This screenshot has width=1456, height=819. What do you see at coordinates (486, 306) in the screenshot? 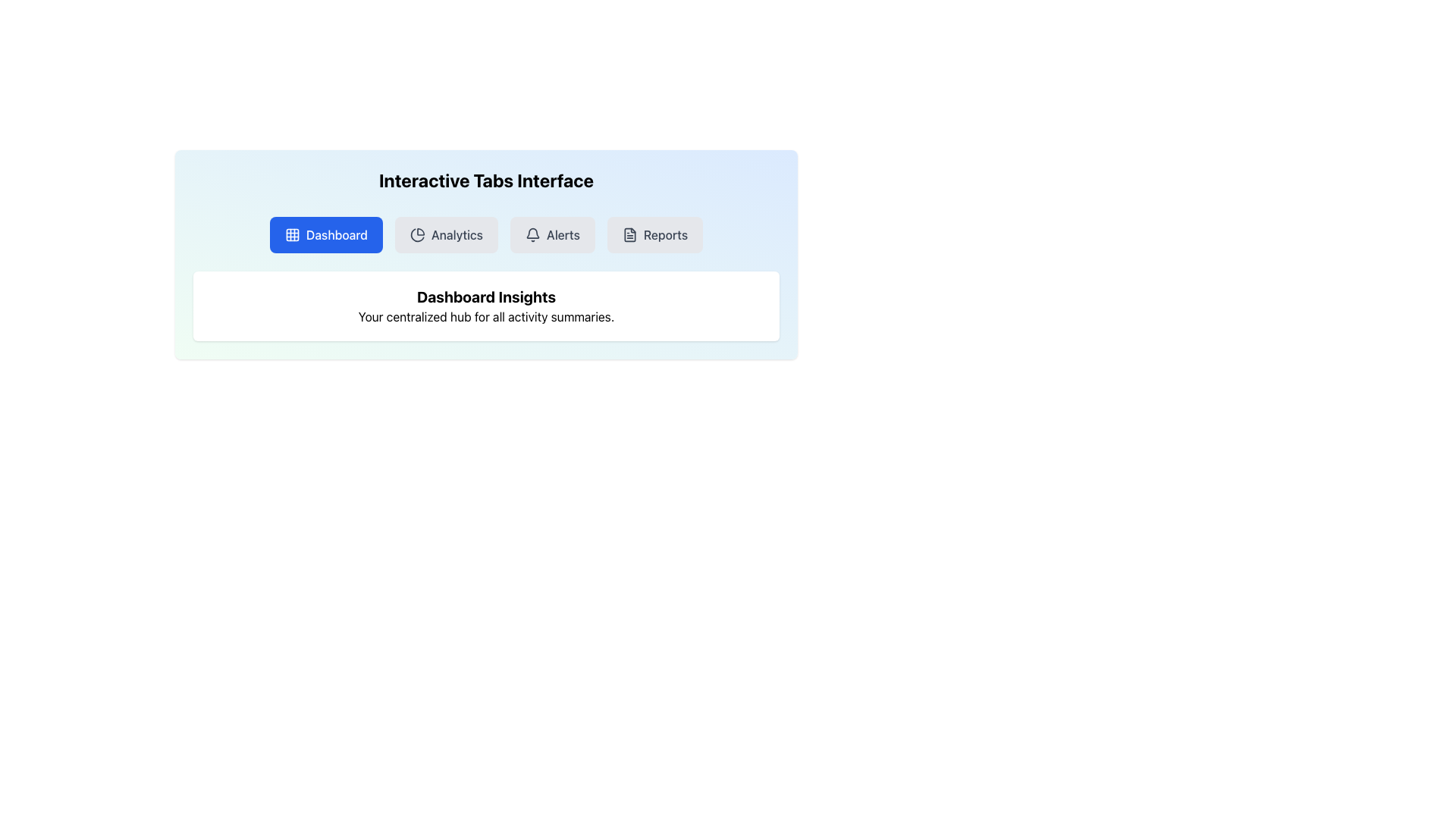
I see `text element containing the title 'Dashboard Insights' and subtitle 'Your centralized hub for all activity summaries.' located at the center bottom of the interface's main section` at bounding box center [486, 306].